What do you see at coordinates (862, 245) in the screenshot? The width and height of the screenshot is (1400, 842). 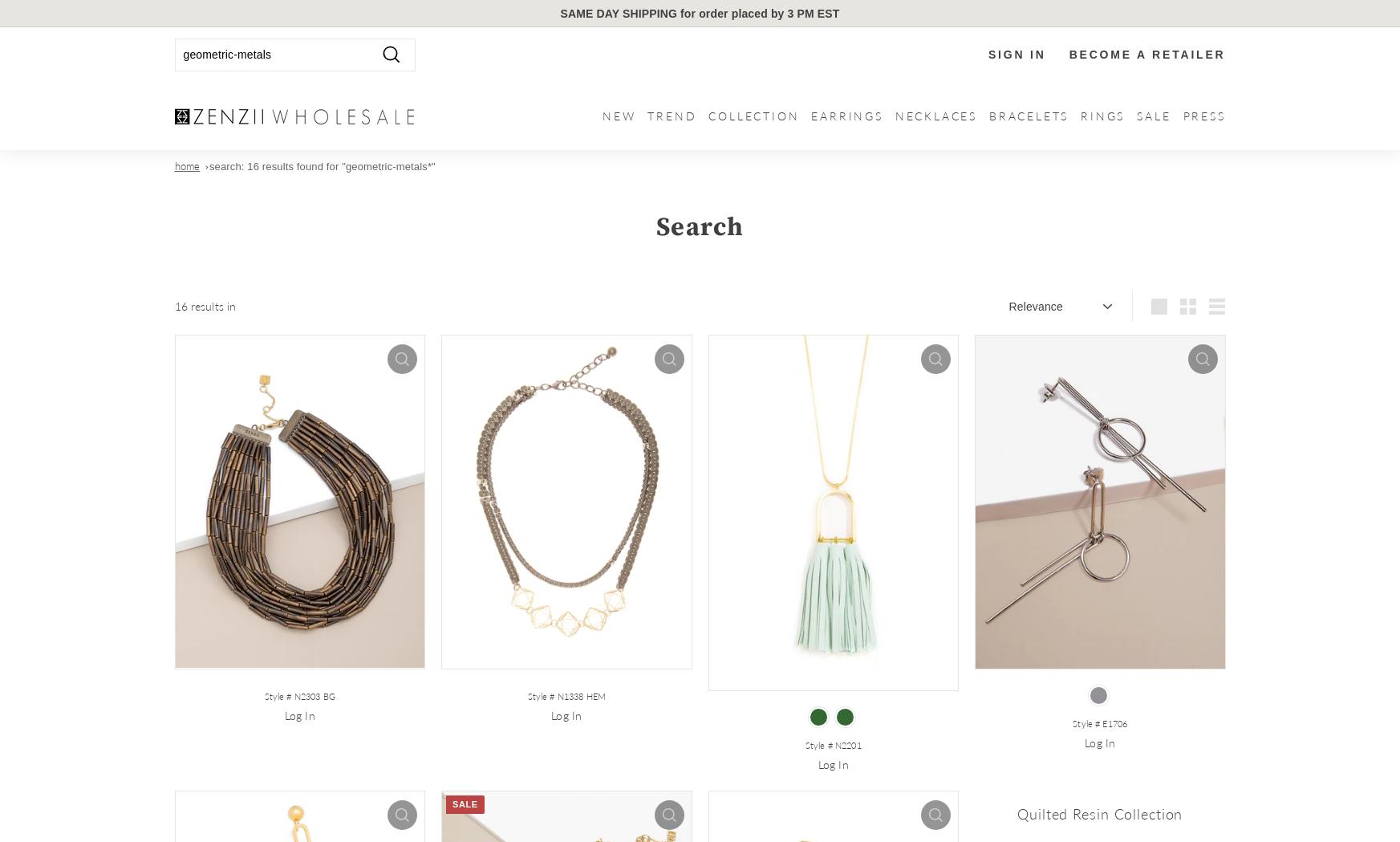 I see `'Flower Earrings'` at bounding box center [862, 245].